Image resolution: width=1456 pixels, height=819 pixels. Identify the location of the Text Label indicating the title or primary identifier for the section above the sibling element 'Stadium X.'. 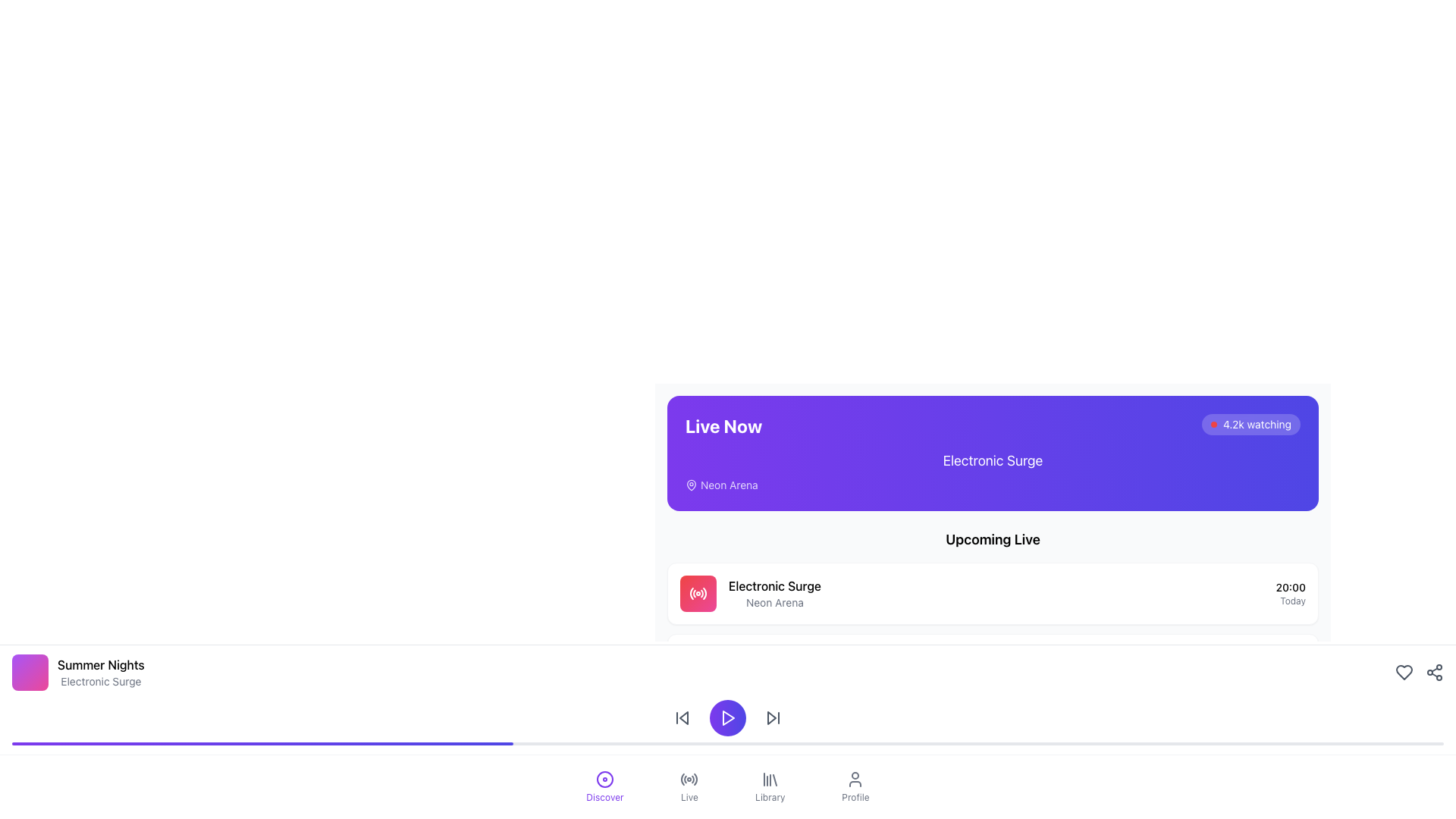
(768, 727).